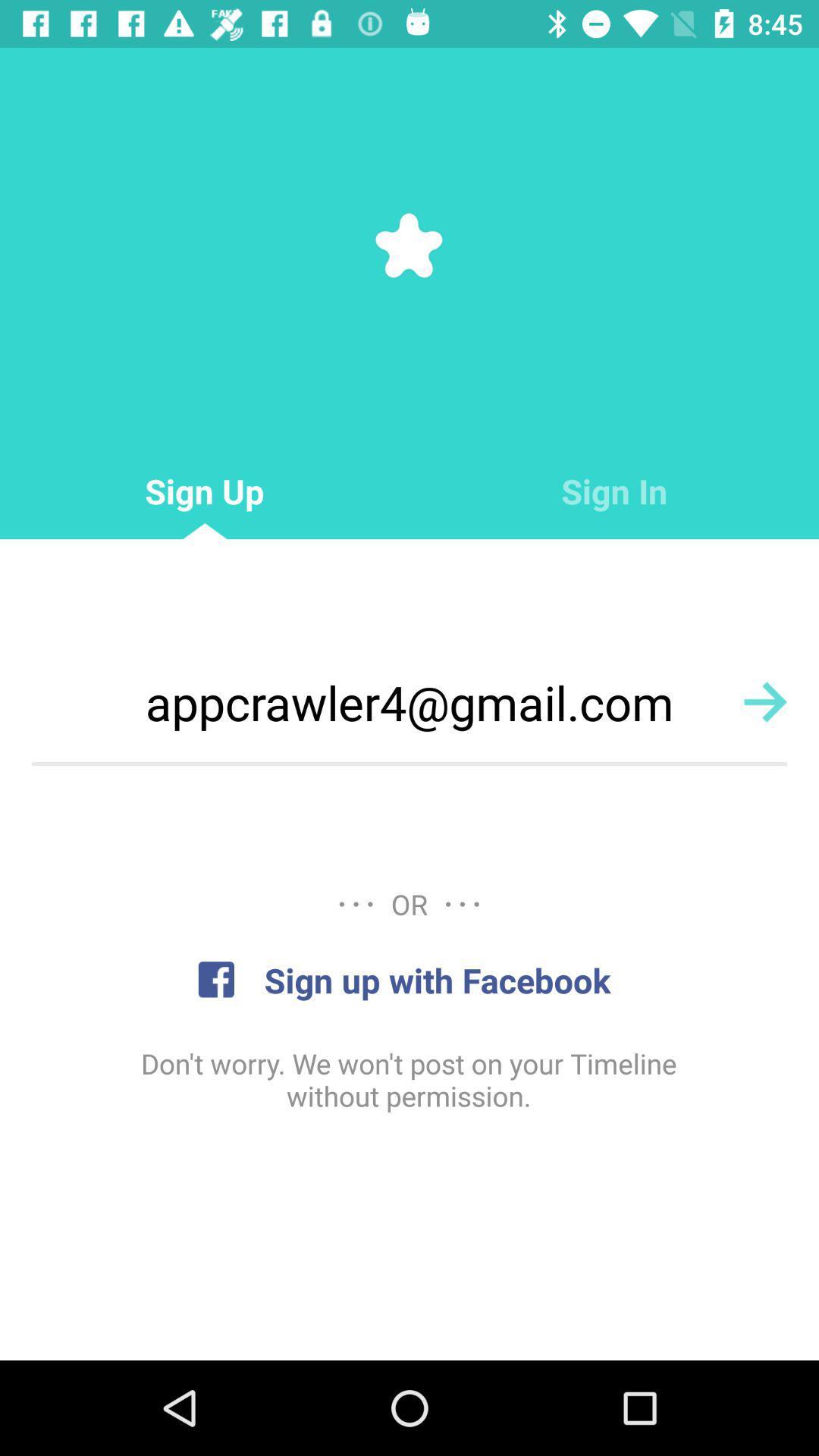 The height and width of the screenshot is (1456, 819). I want to click on appcrawler4@gmail.com icon, so click(409, 701).